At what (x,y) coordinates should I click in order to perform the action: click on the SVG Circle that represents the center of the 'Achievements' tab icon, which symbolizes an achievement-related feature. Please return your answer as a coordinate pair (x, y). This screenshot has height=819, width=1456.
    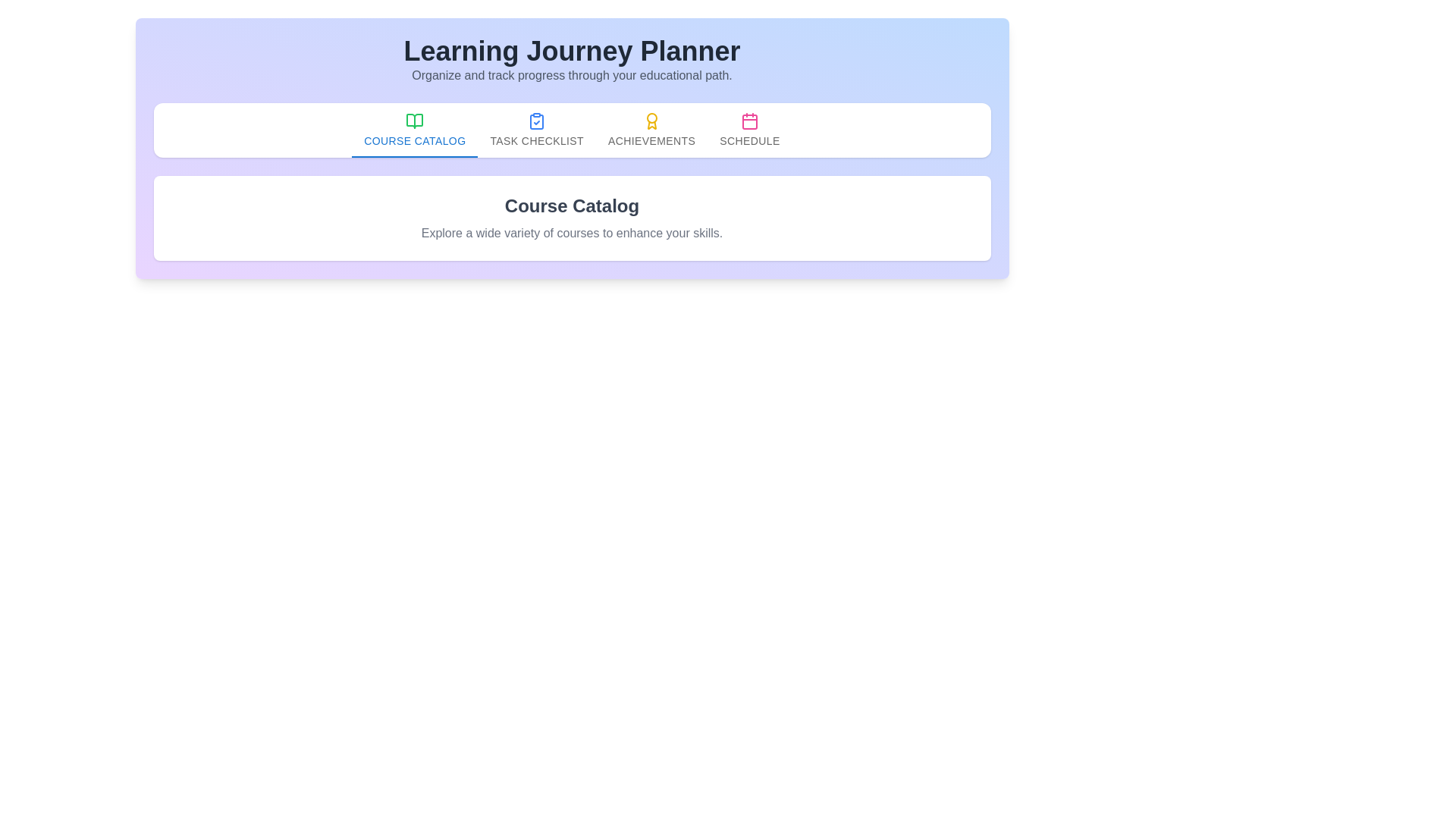
    Looking at the image, I should click on (651, 118).